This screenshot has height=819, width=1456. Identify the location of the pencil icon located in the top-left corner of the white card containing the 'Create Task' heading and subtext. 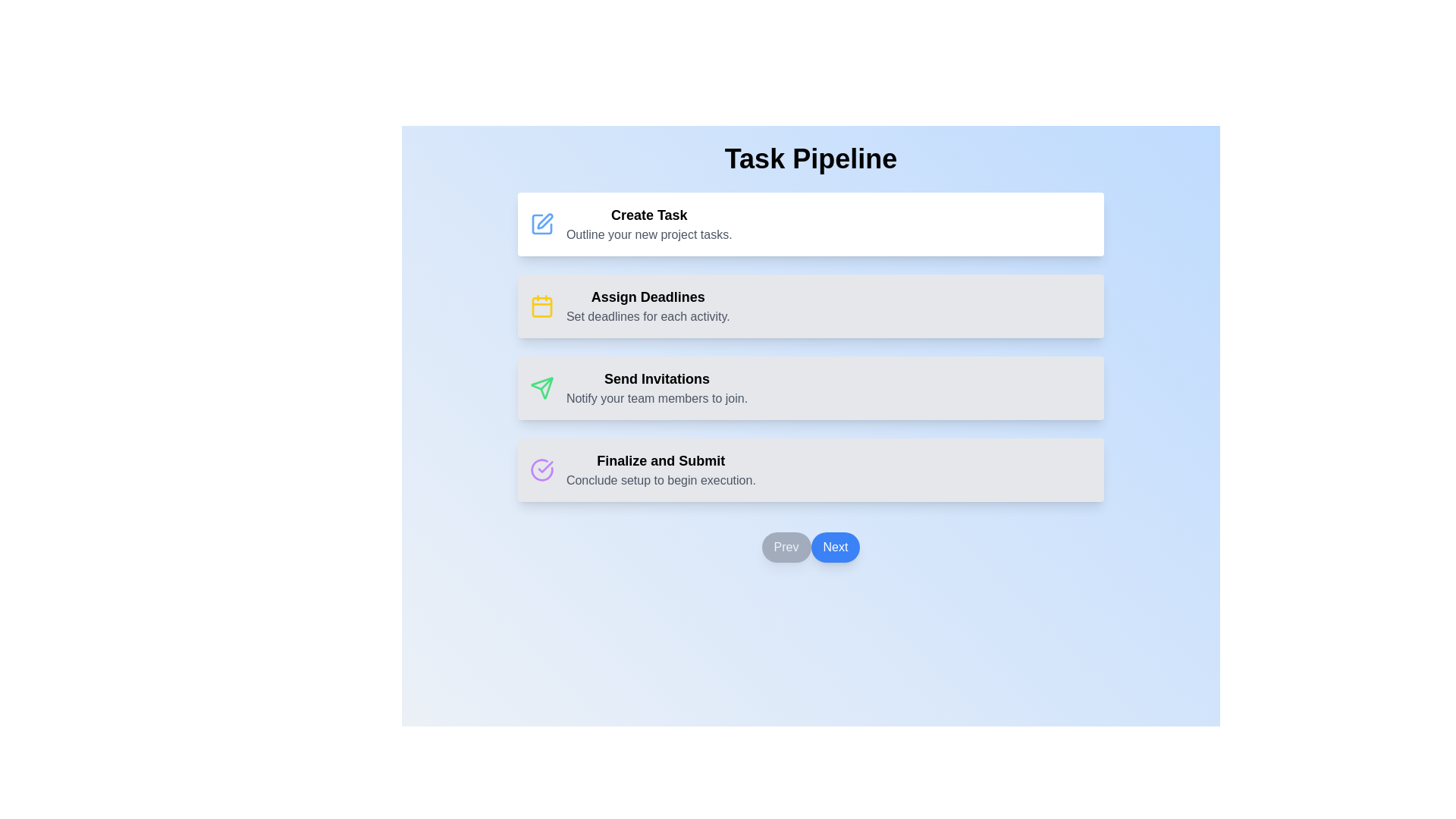
(541, 224).